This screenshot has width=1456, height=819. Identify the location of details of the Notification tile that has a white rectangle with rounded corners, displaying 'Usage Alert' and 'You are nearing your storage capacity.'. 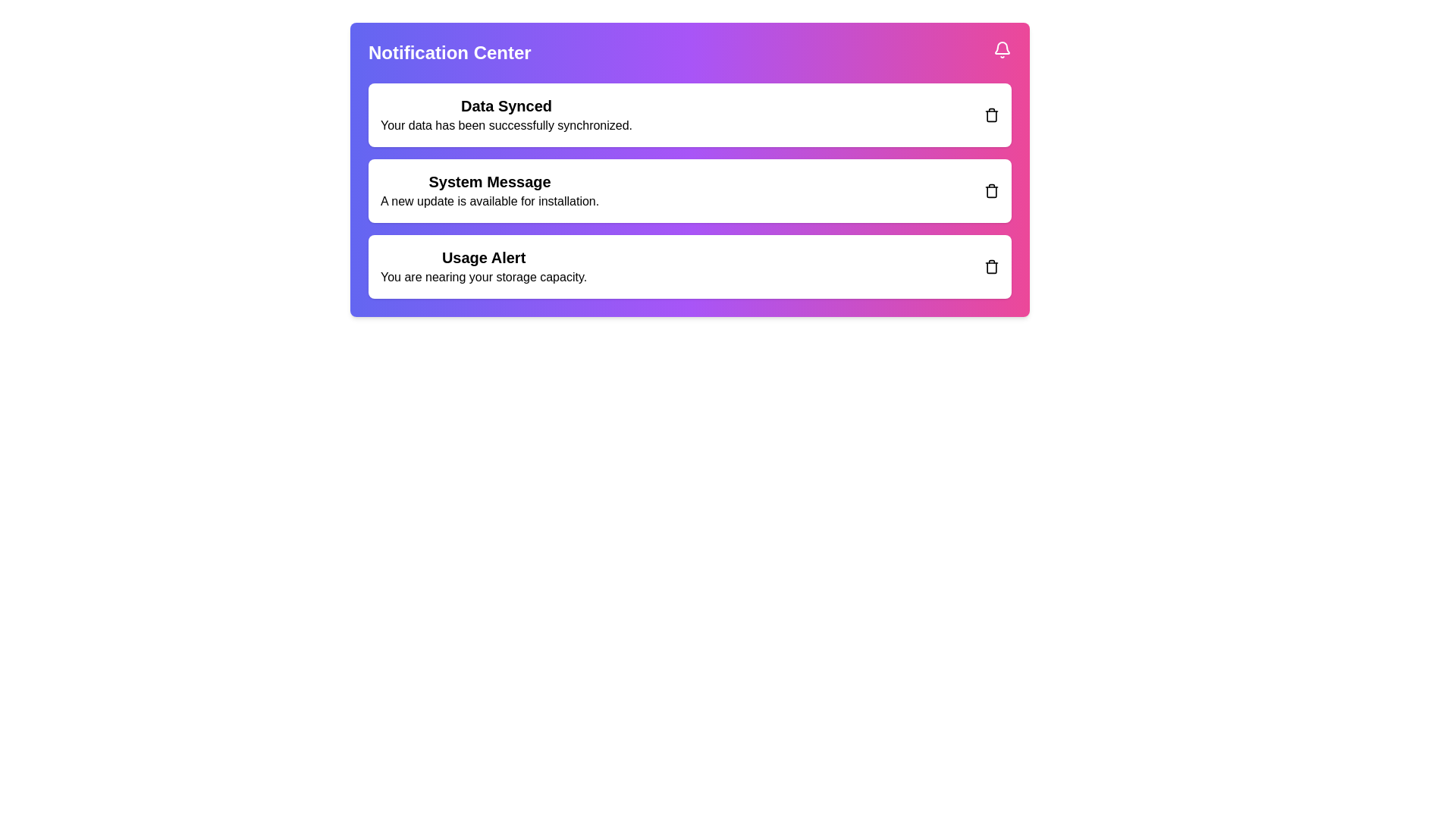
(689, 265).